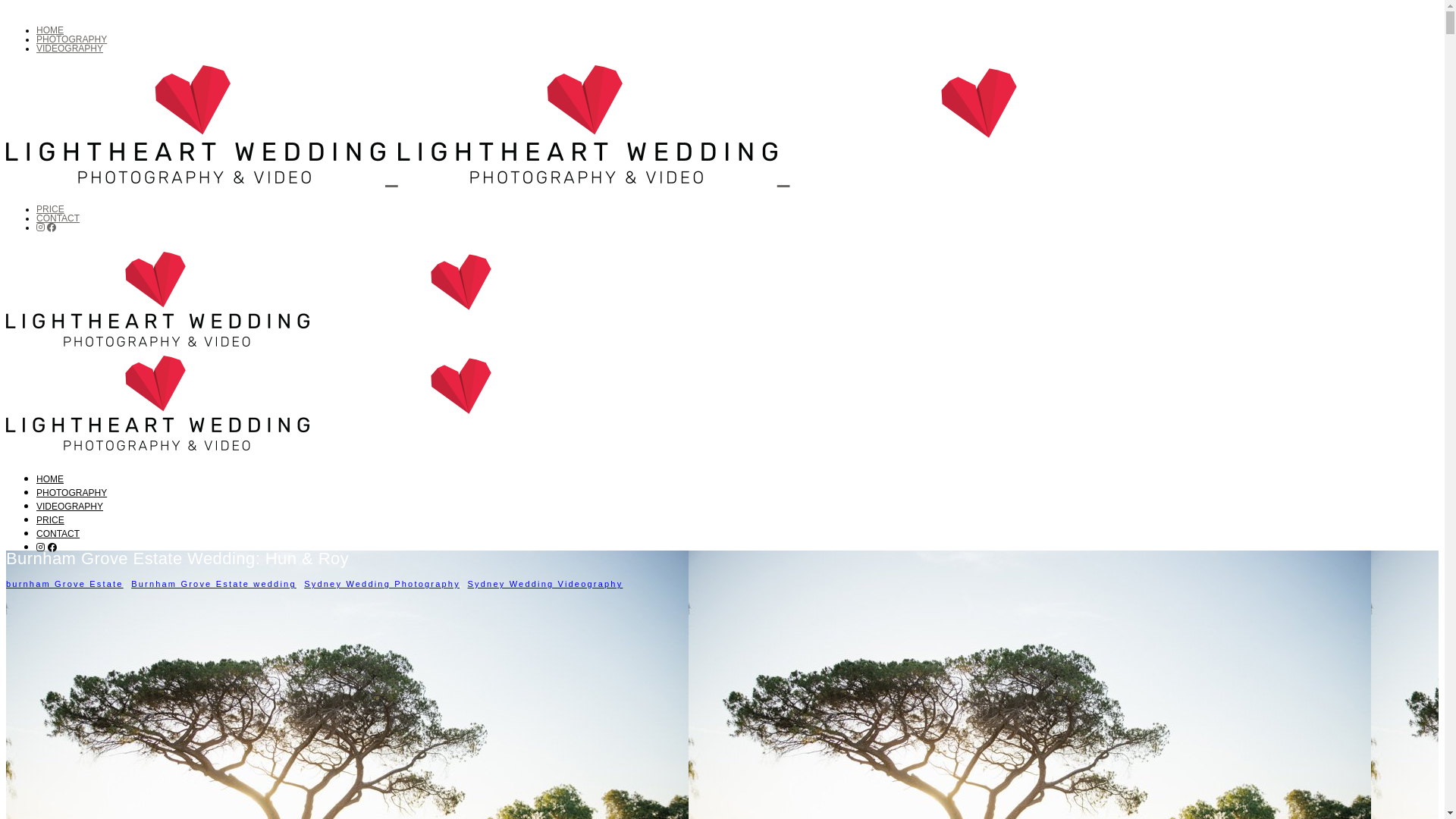  I want to click on 'PRICE', so click(50, 519).